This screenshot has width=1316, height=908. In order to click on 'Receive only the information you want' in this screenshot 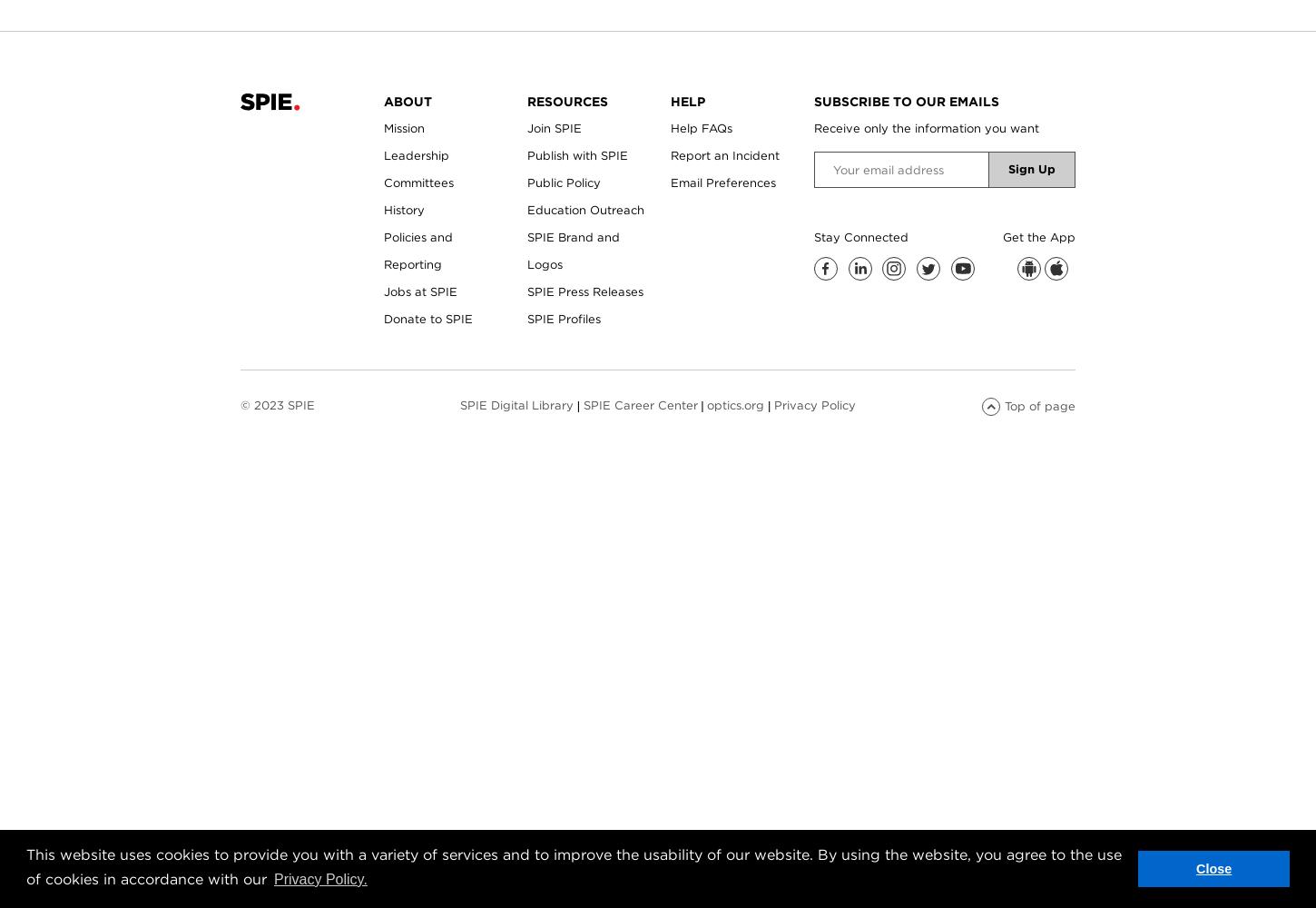, I will do `click(812, 128)`.